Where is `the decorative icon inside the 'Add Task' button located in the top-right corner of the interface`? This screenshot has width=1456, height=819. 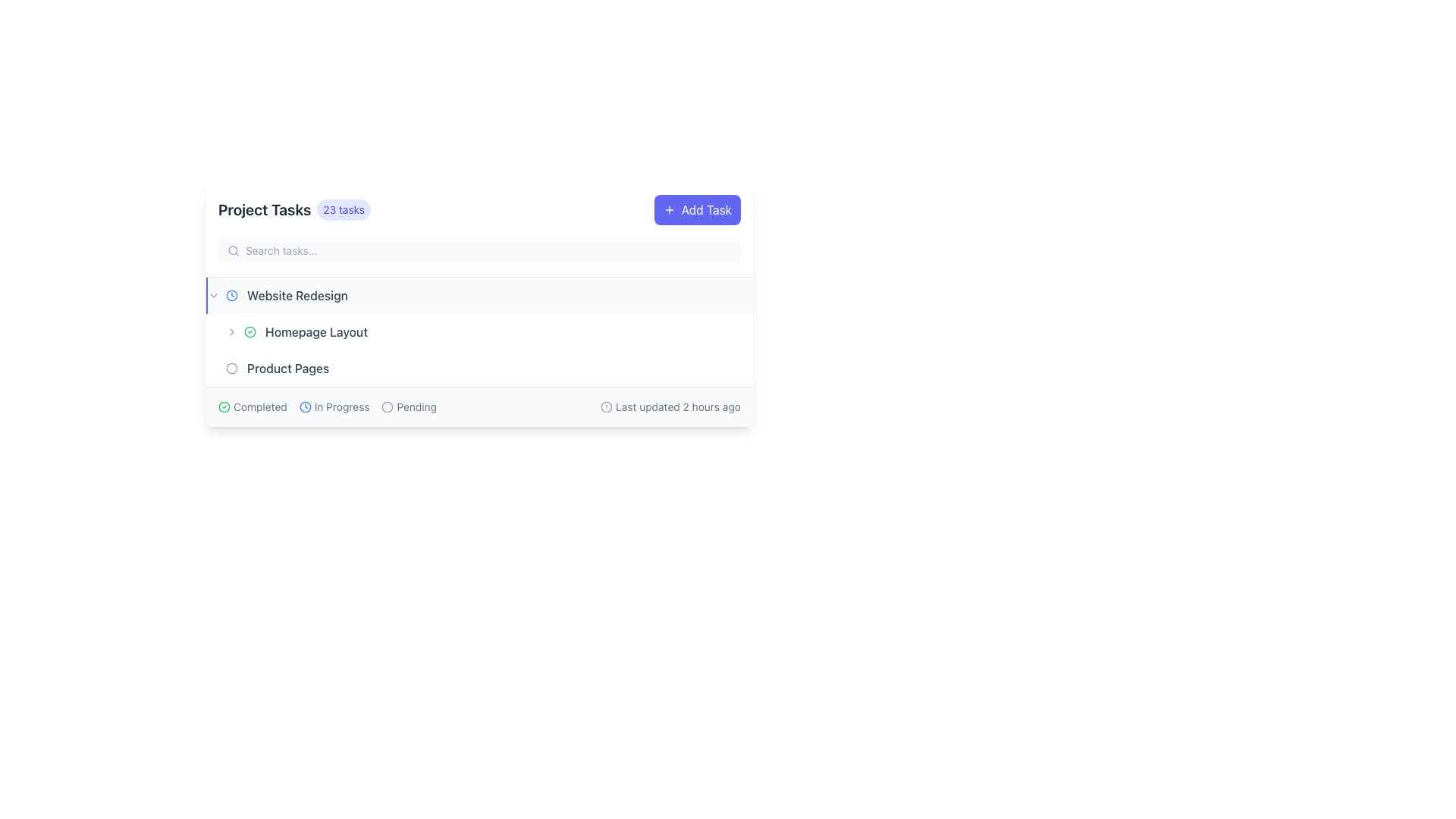
the decorative icon inside the 'Add Task' button located in the top-right corner of the interface is located at coordinates (668, 210).